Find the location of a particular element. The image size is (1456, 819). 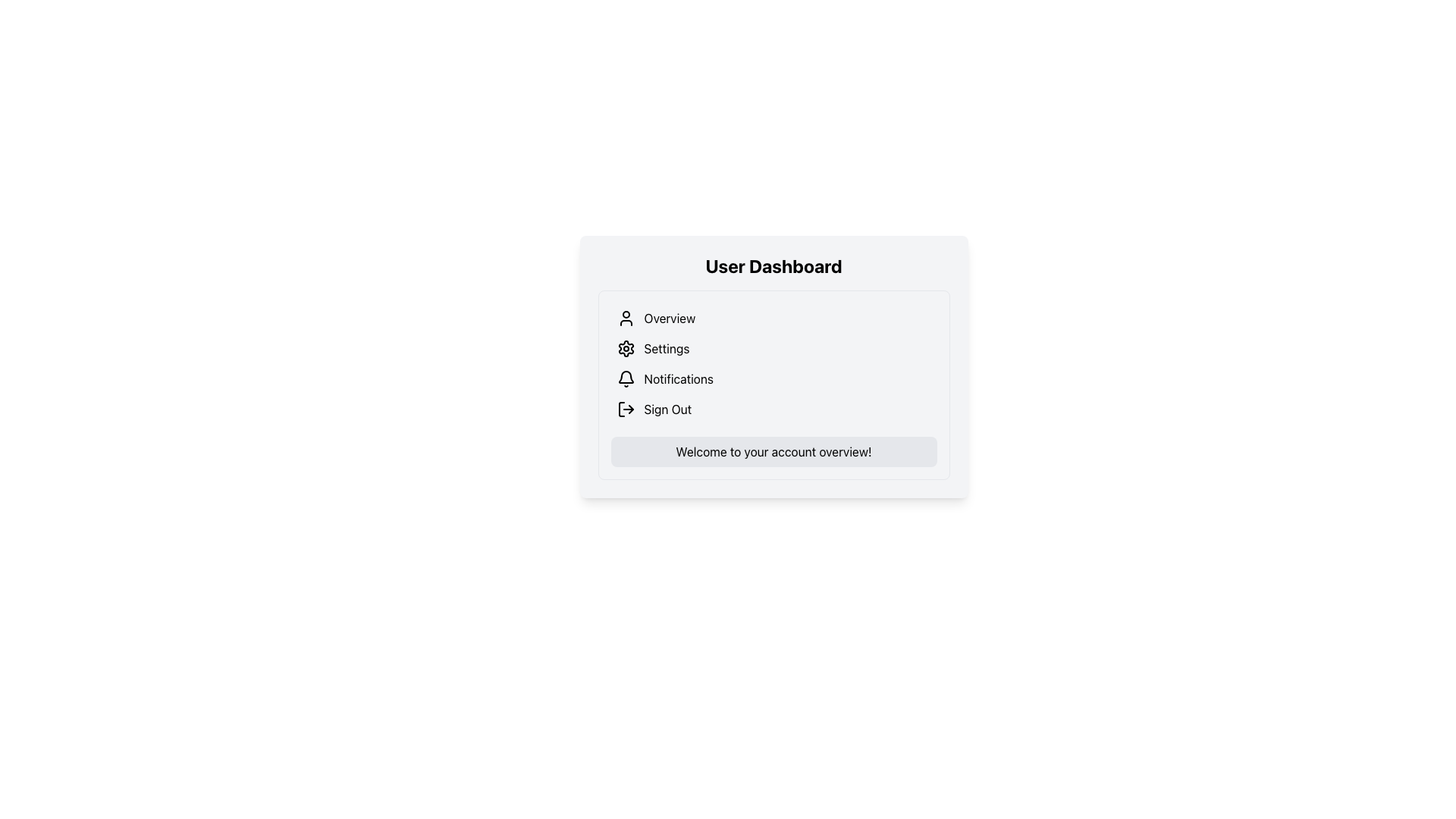

the 'Settings' icon located as the second icon in a vertical list of four icons on the left side of the user dashboard is located at coordinates (626, 348).